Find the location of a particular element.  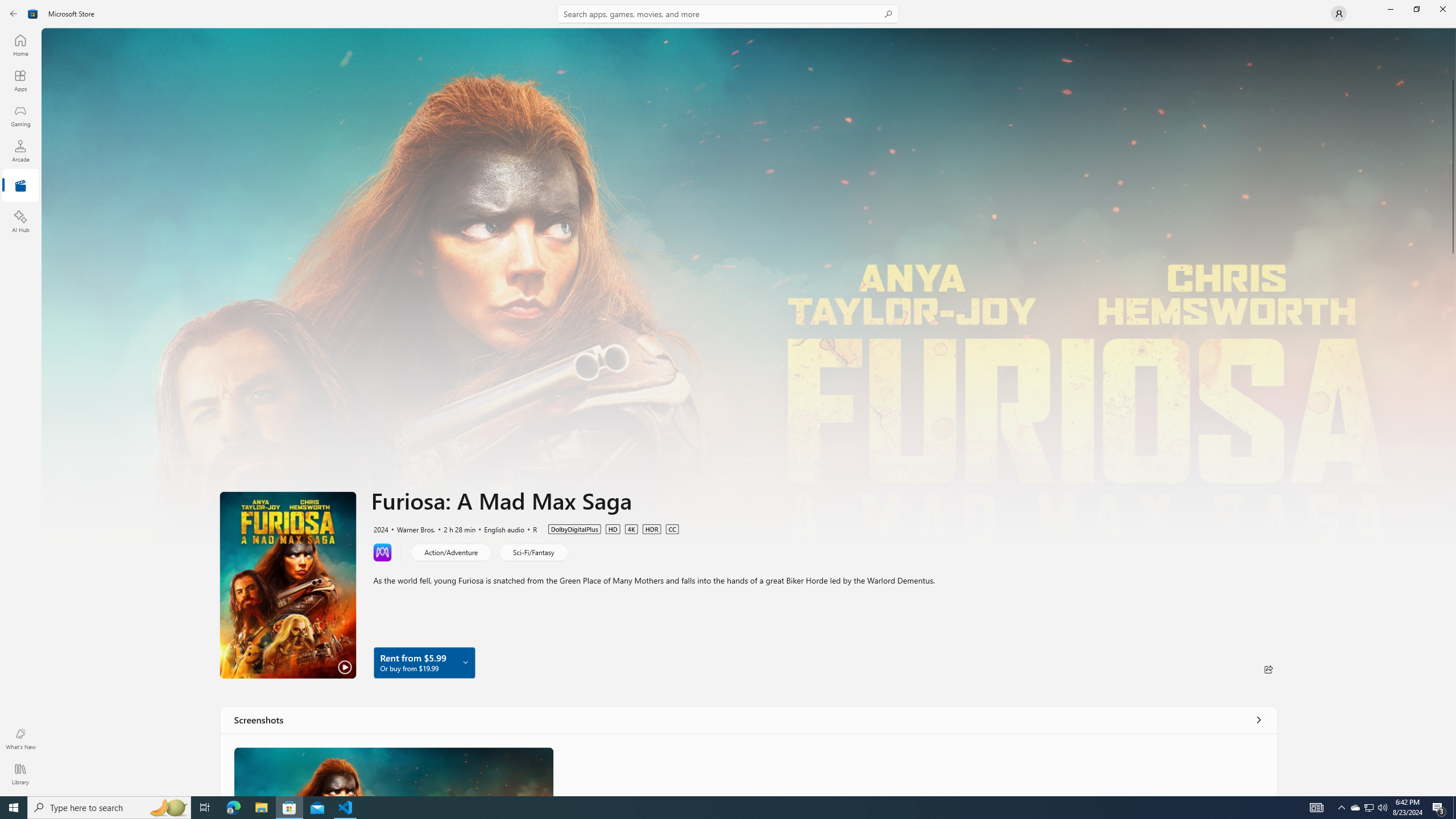

'Vertical Small Decrease' is located at coordinates (1451, 31).